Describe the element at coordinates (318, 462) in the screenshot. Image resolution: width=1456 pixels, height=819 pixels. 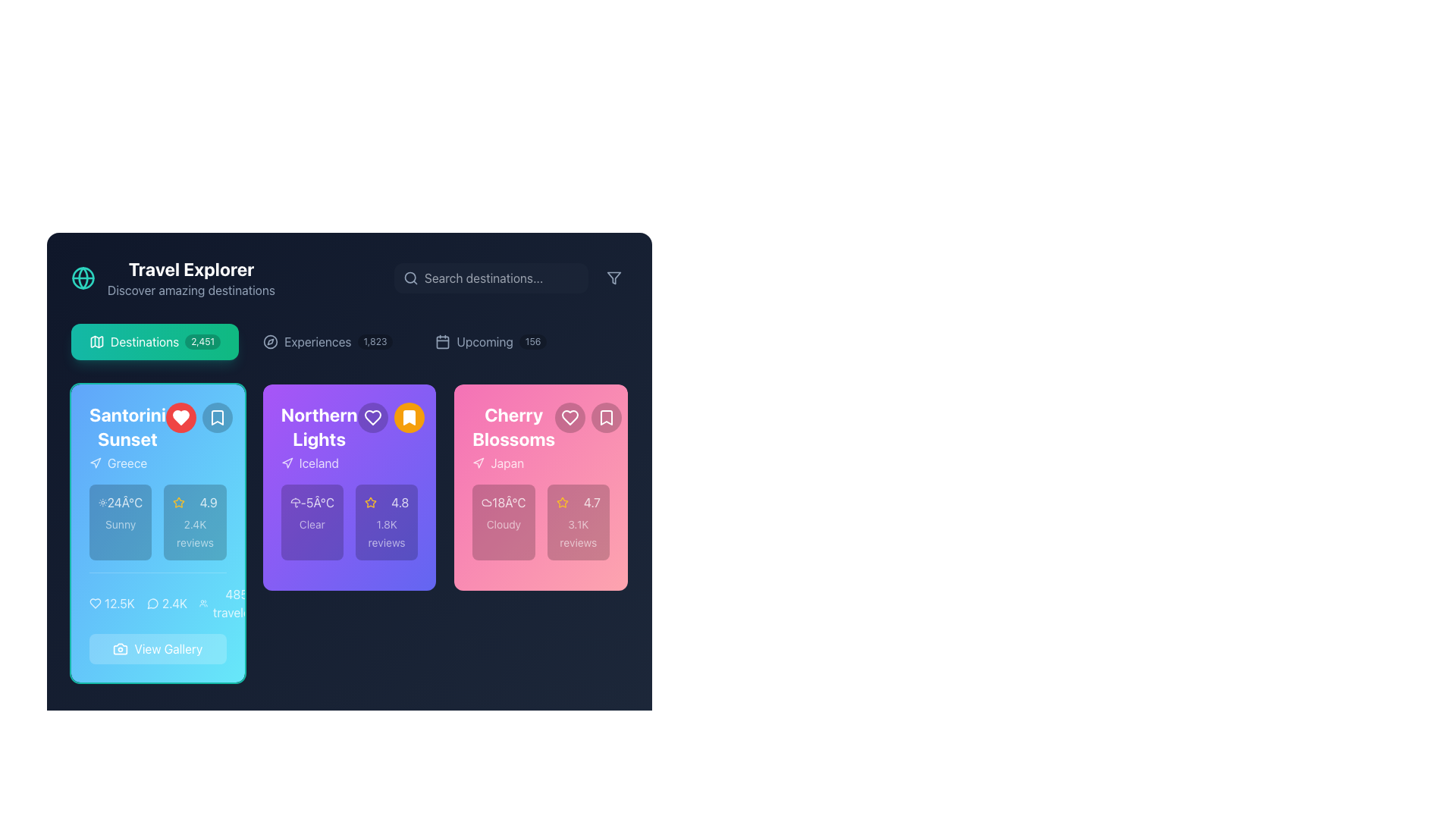
I see `text label 'Iceland' located in the bottom-left corner of the purple card titled 'Northern Lights', adjacent to a navigation icon` at that location.